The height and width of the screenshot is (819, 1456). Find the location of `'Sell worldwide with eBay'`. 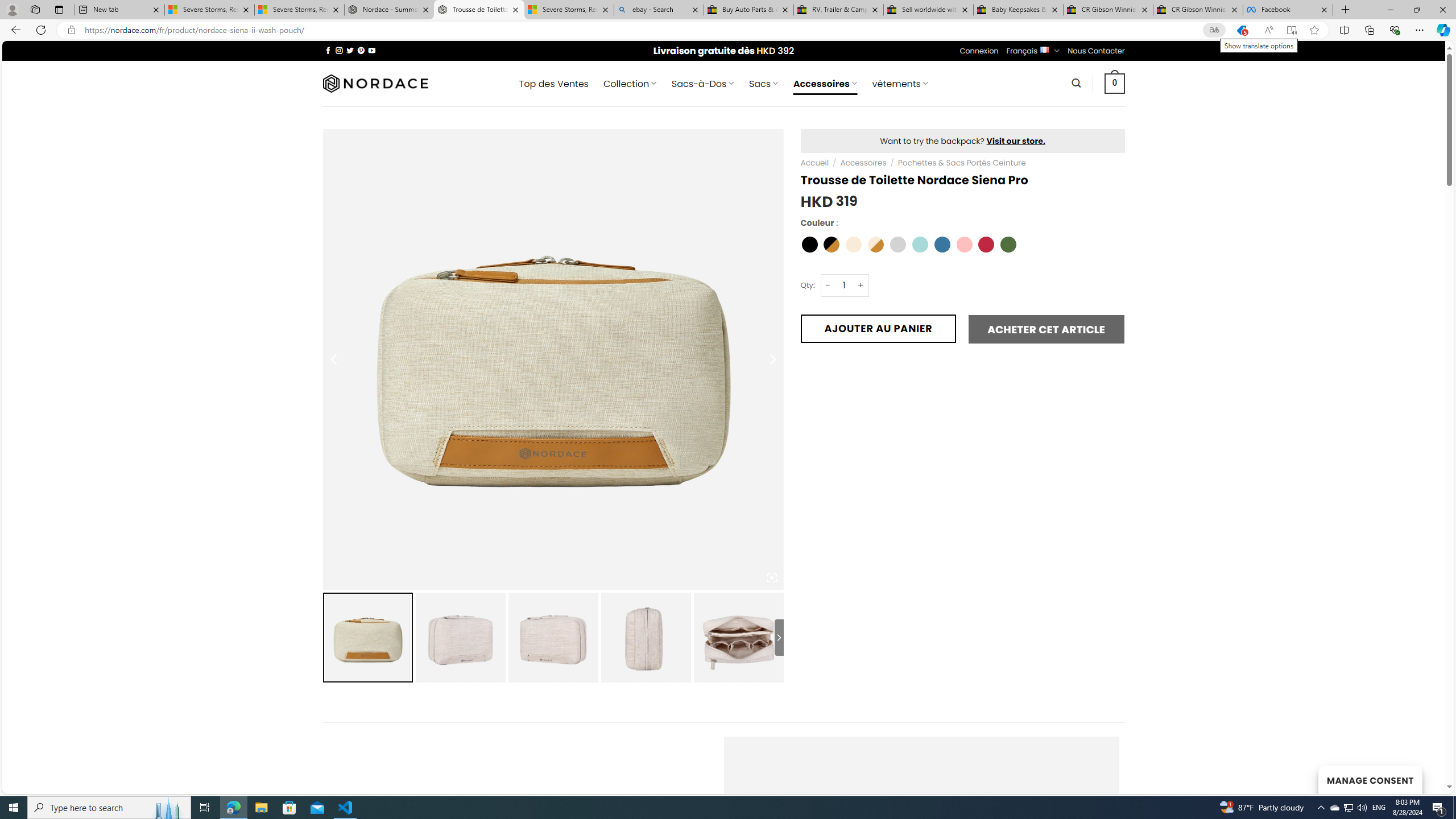

'Sell worldwide with eBay' is located at coordinates (928, 9).